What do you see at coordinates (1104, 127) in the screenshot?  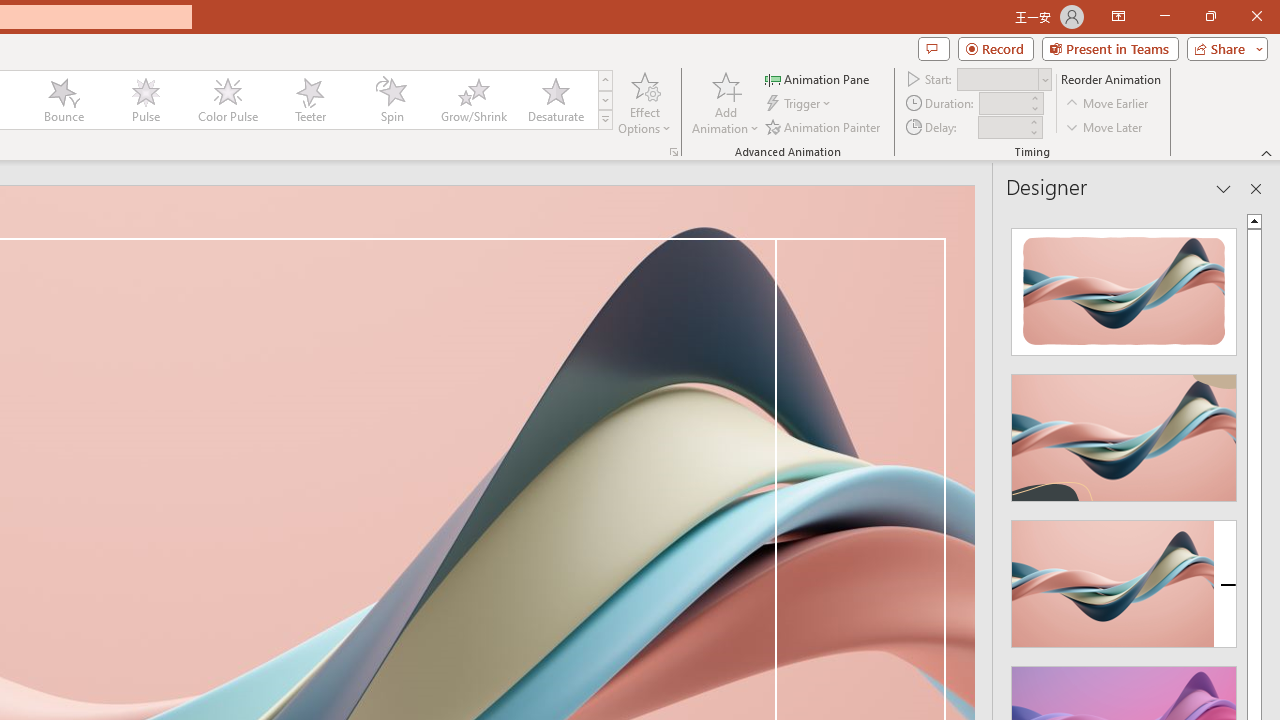 I see `'Move Later'` at bounding box center [1104, 127].